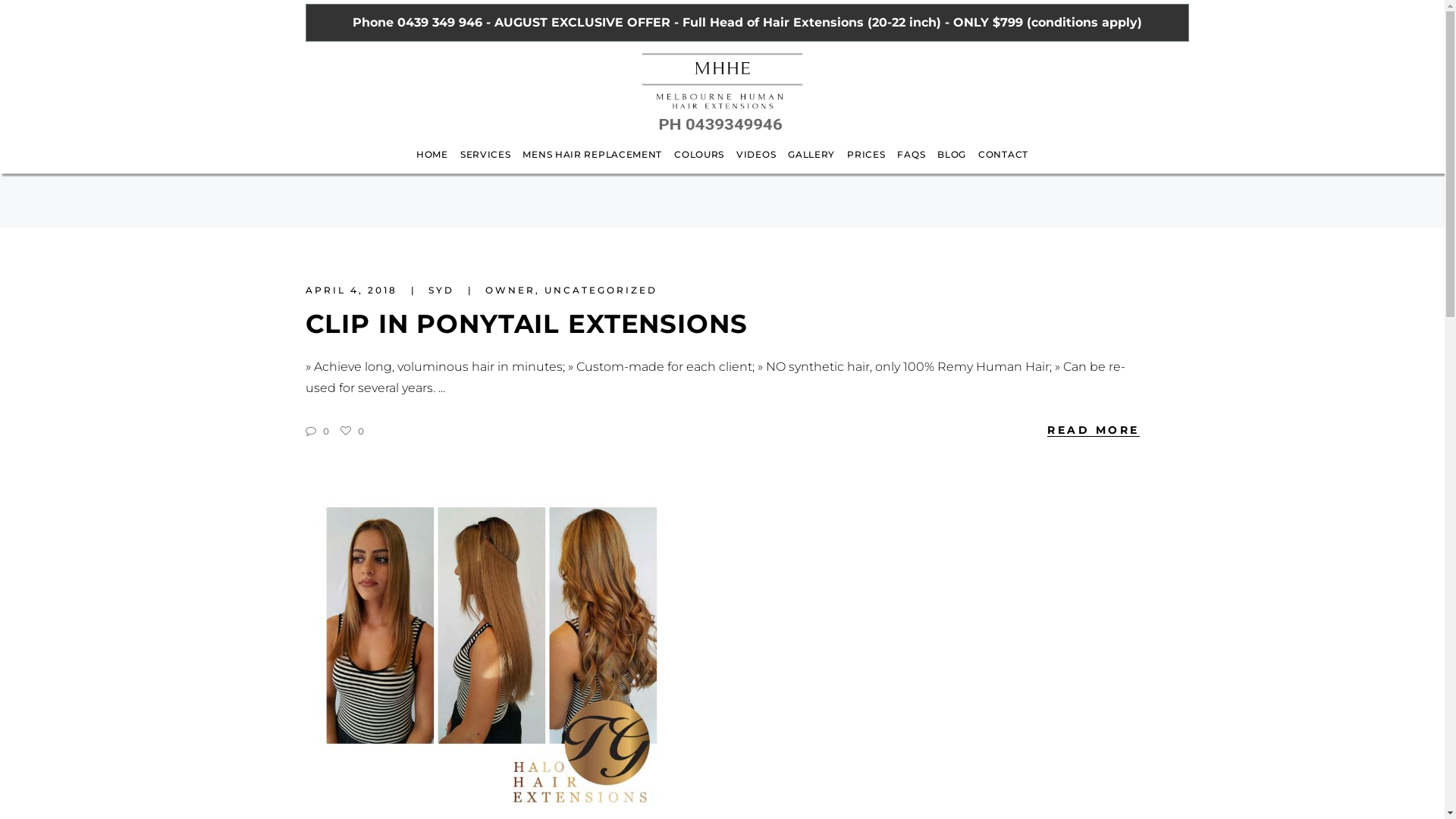 The width and height of the screenshot is (1456, 819). Describe the element at coordinates (350, 431) in the screenshot. I see `'0'` at that location.